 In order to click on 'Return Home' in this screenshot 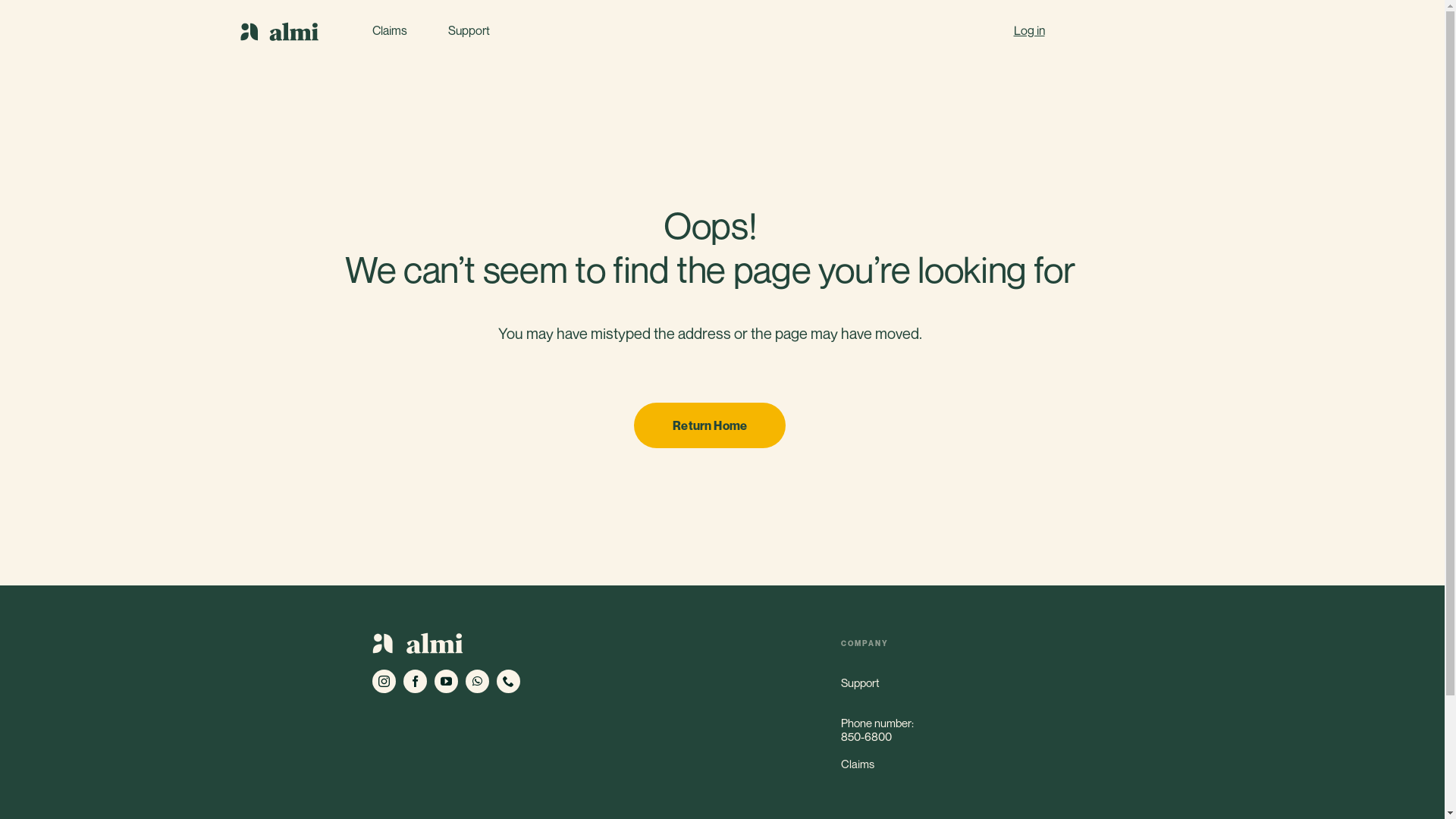, I will do `click(709, 425)`.